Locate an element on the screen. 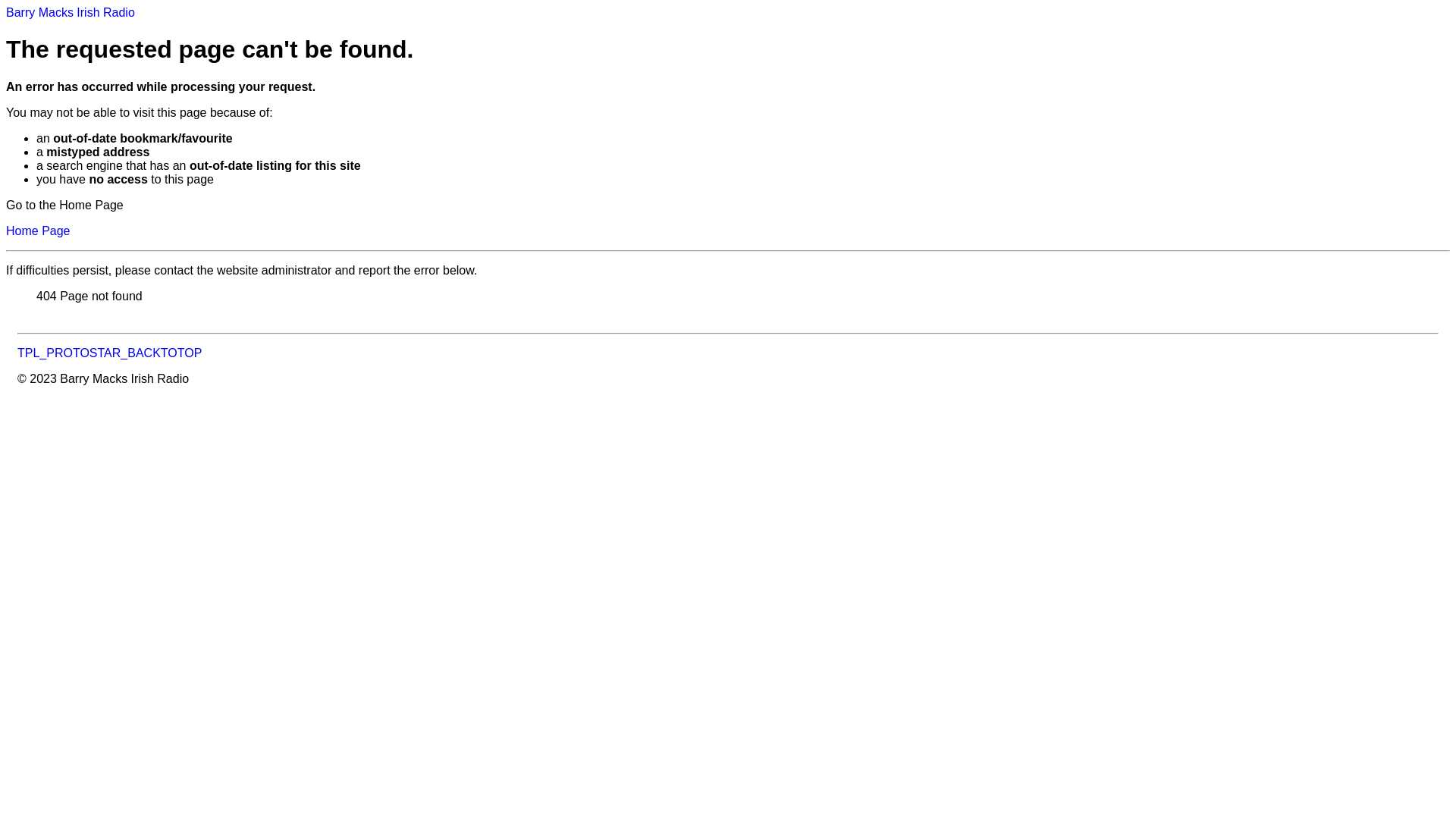  'Home Page' is located at coordinates (38, 231).